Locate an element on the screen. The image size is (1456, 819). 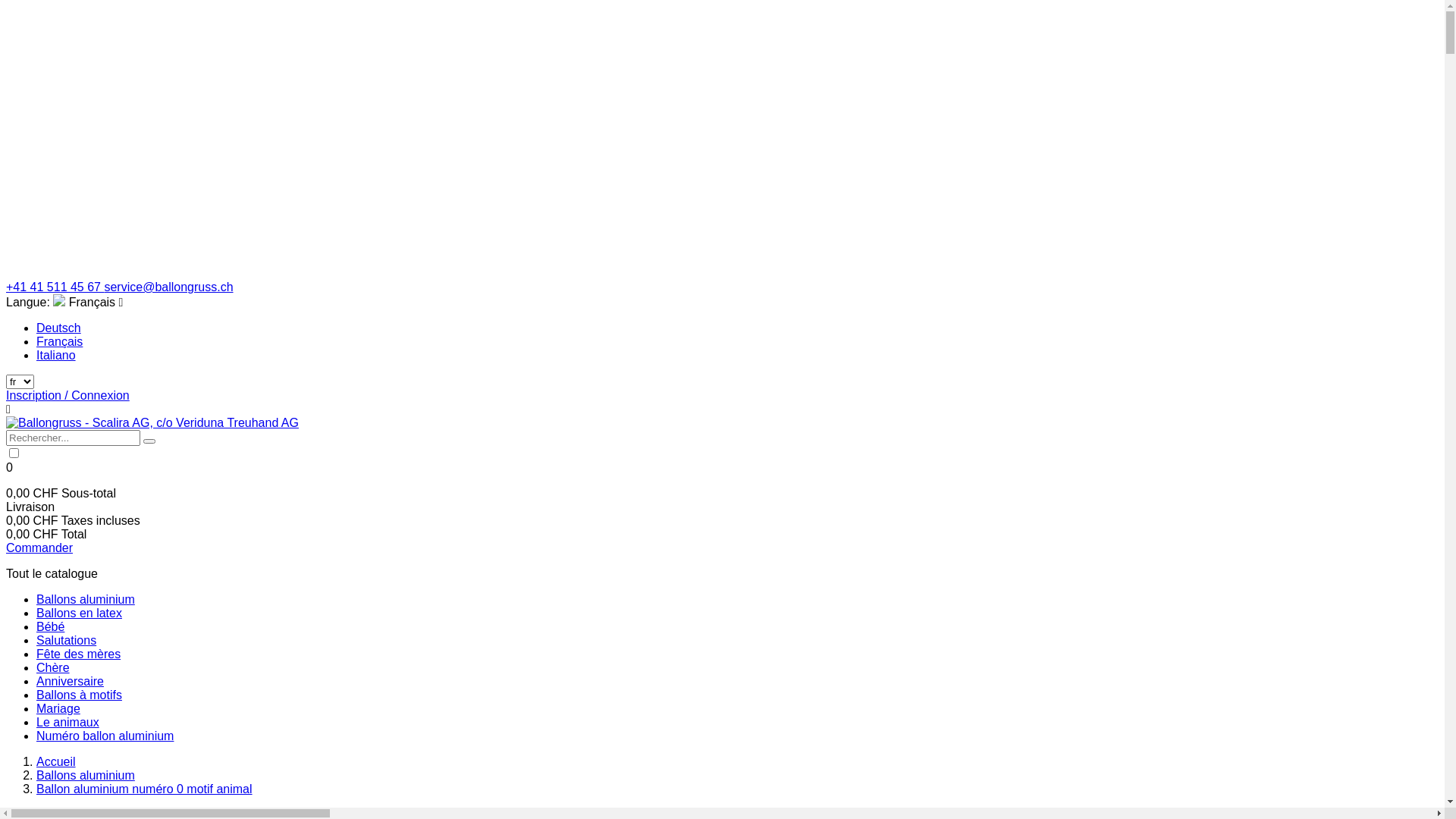
'Accueil' is located at coordinates (55, 761).